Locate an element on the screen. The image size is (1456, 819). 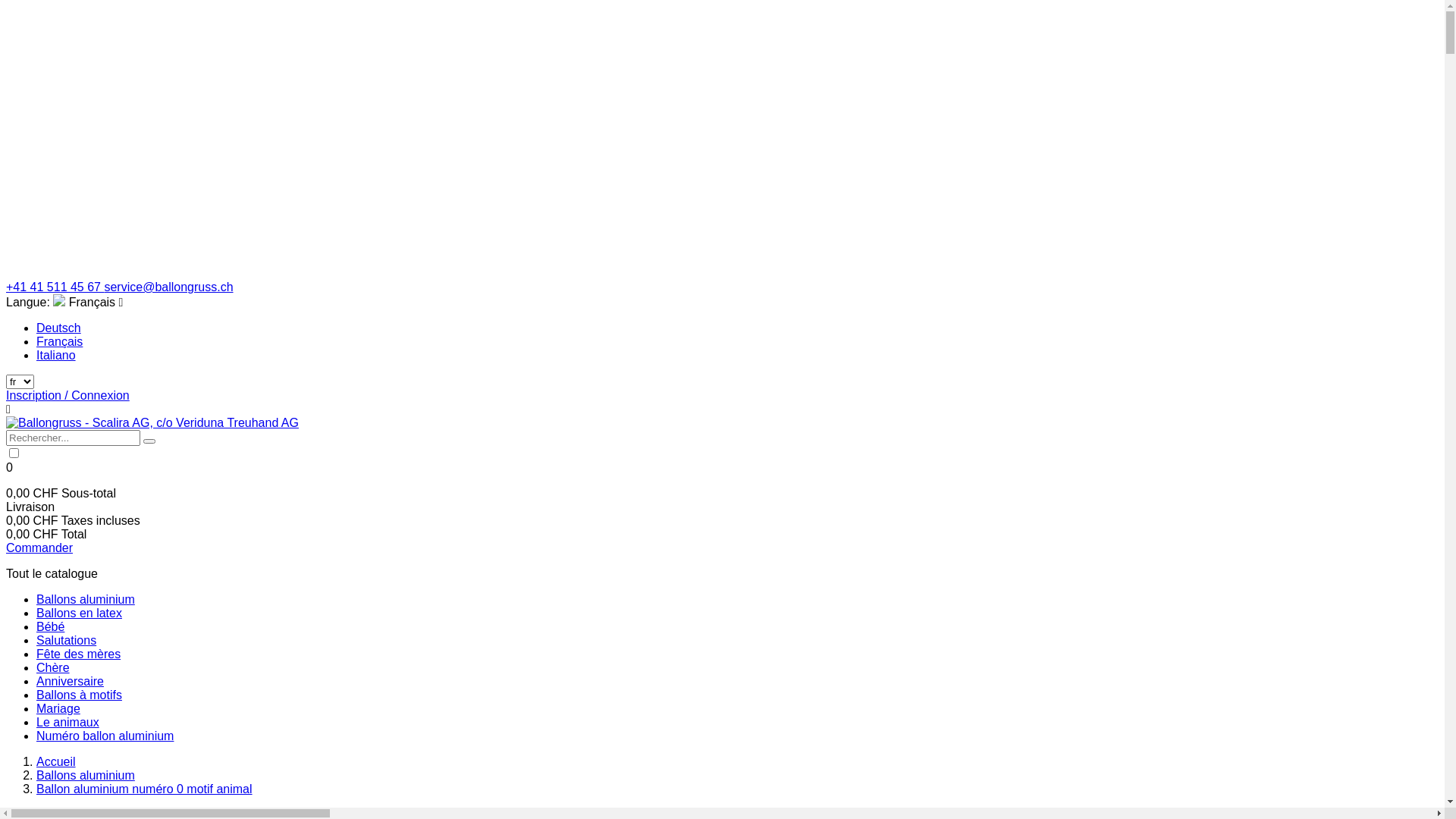
'Accueil' is located at coordinates (55, 761).